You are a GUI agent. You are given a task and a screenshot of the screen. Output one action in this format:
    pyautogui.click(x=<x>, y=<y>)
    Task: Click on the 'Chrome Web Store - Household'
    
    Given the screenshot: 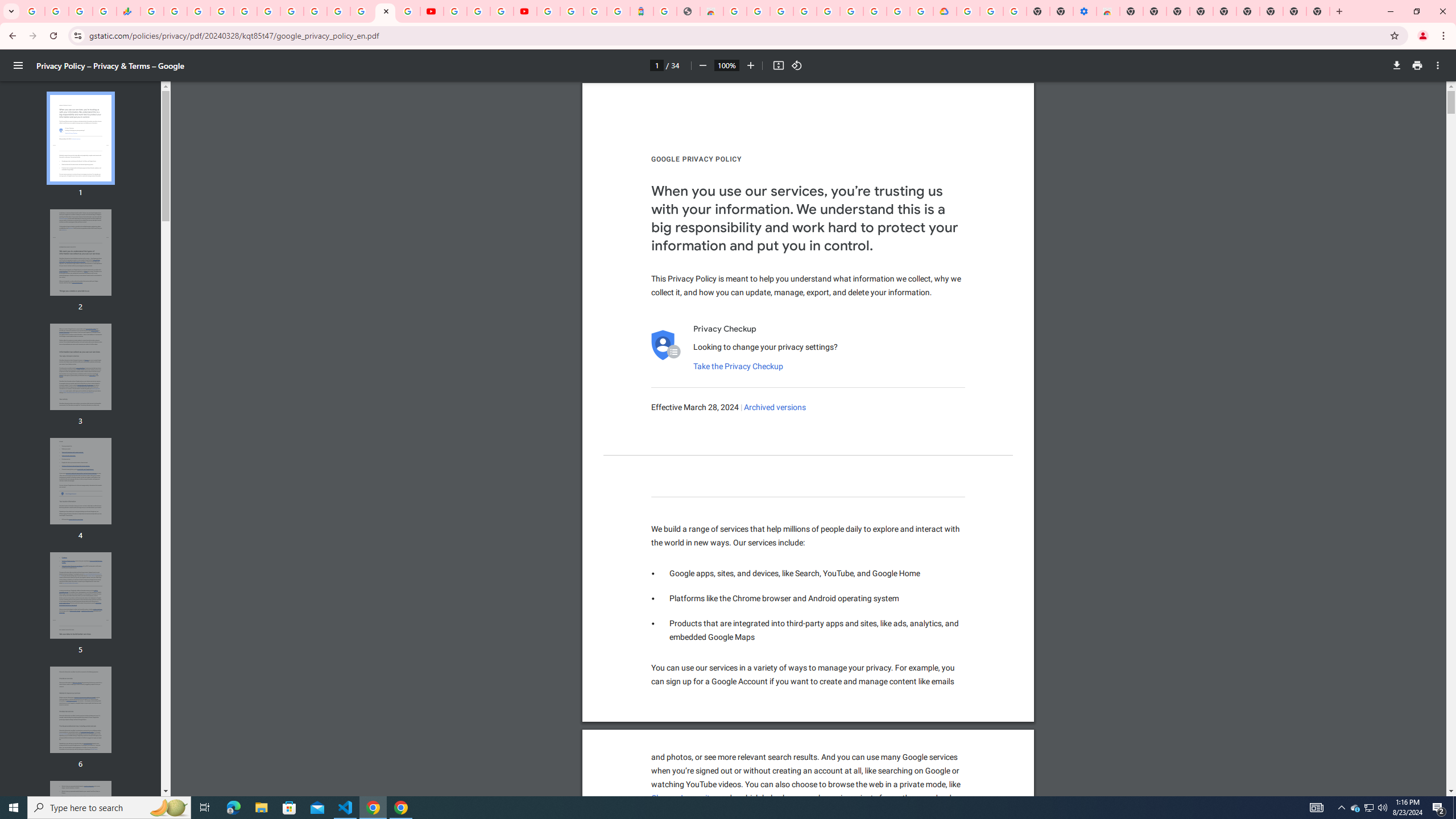 What is the action you would take?
    pyautogui.click(x=711, y=11)
    